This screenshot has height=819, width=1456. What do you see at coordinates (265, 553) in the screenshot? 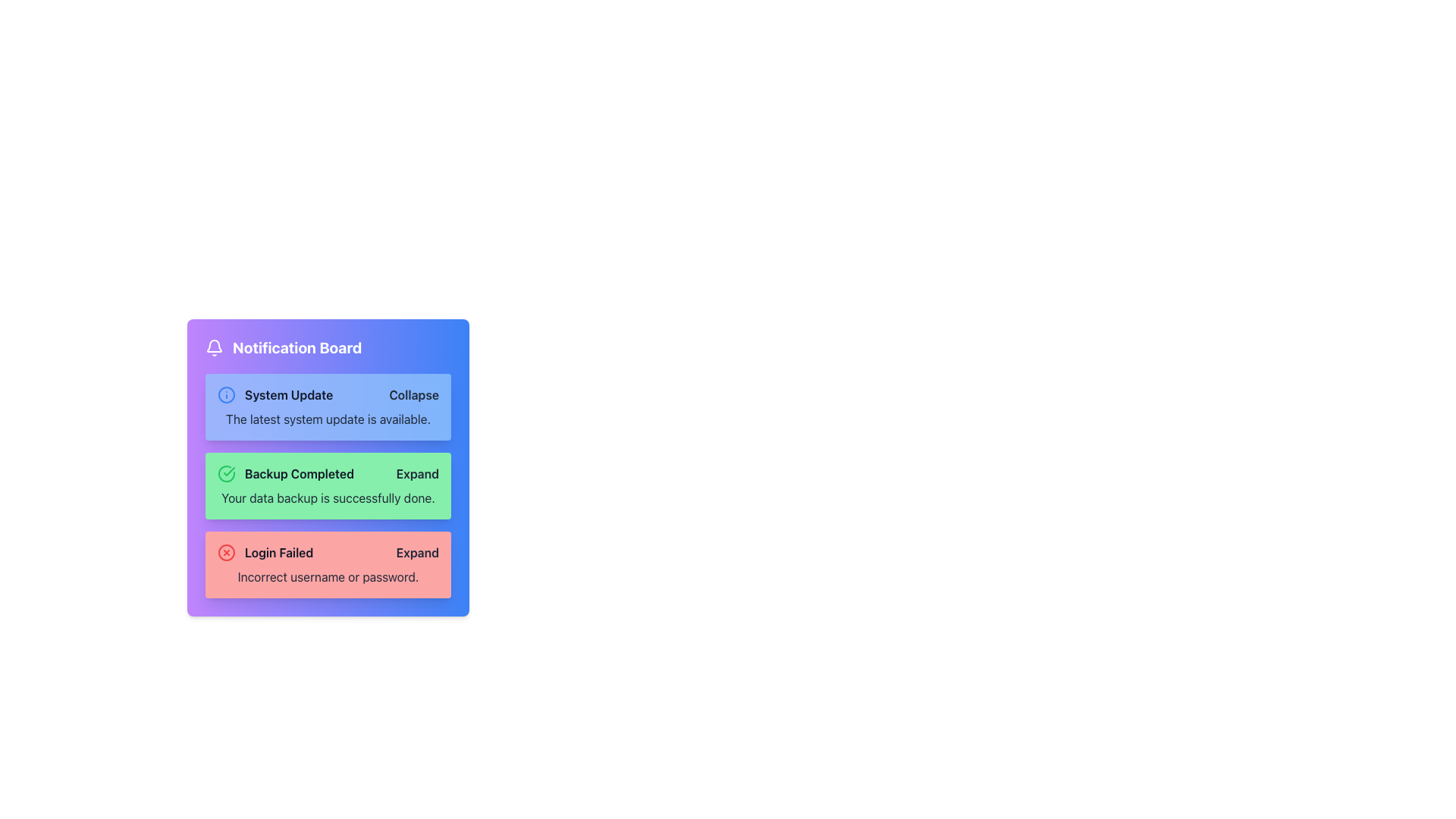
I see `the error message text label indicating a failed login attempt, located within the third notification entry on the notification board, positioned to the left of the 'Expand' button and to the right of the error icon` at bounding box center [265, 553].